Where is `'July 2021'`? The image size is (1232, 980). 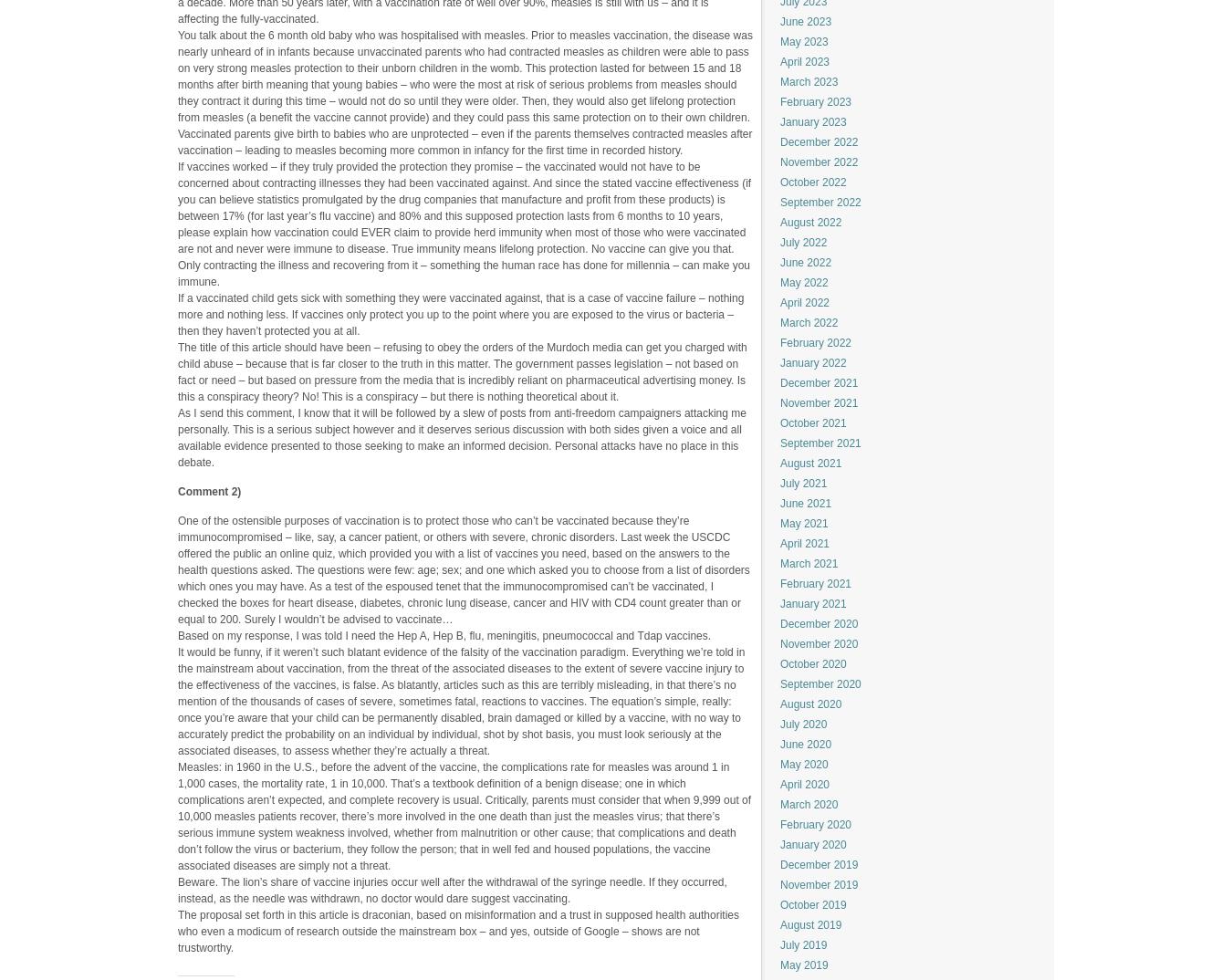 'July 2021' is located at coordinates (803, 484).